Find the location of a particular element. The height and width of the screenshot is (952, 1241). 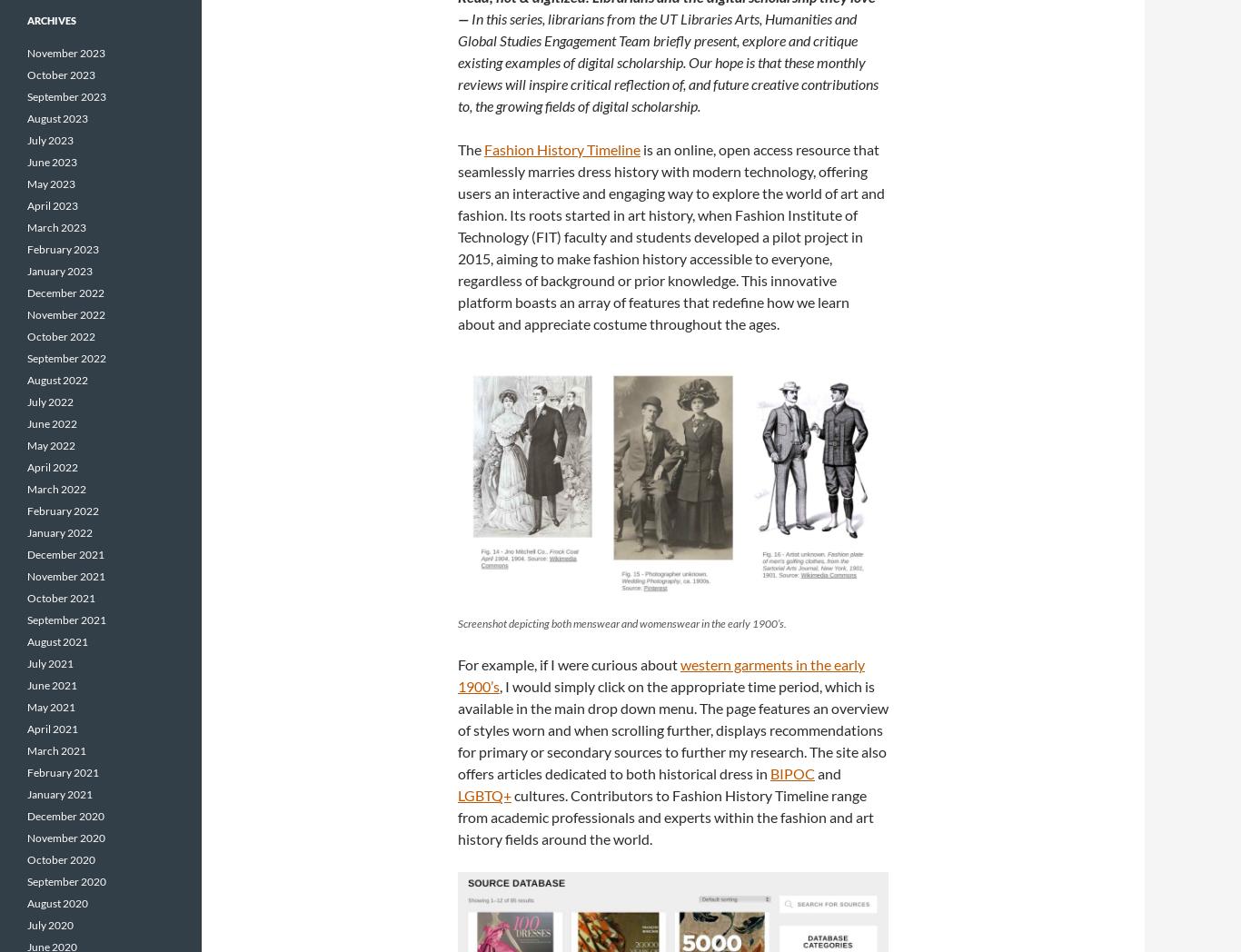

'and' is located at coordinates (814, 773).